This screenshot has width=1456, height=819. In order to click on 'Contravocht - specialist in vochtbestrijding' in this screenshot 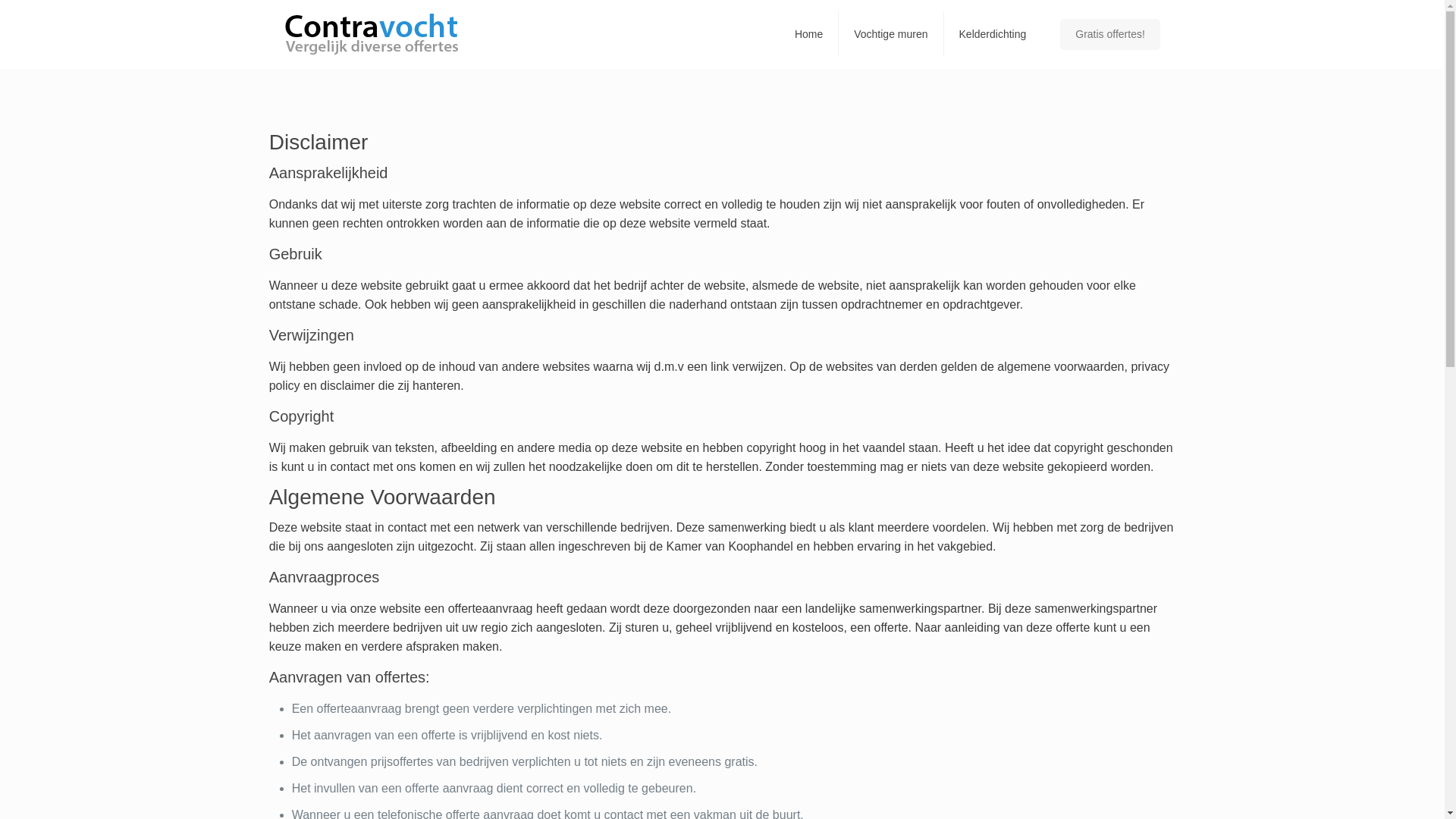, I will do `click(372, 34)`.